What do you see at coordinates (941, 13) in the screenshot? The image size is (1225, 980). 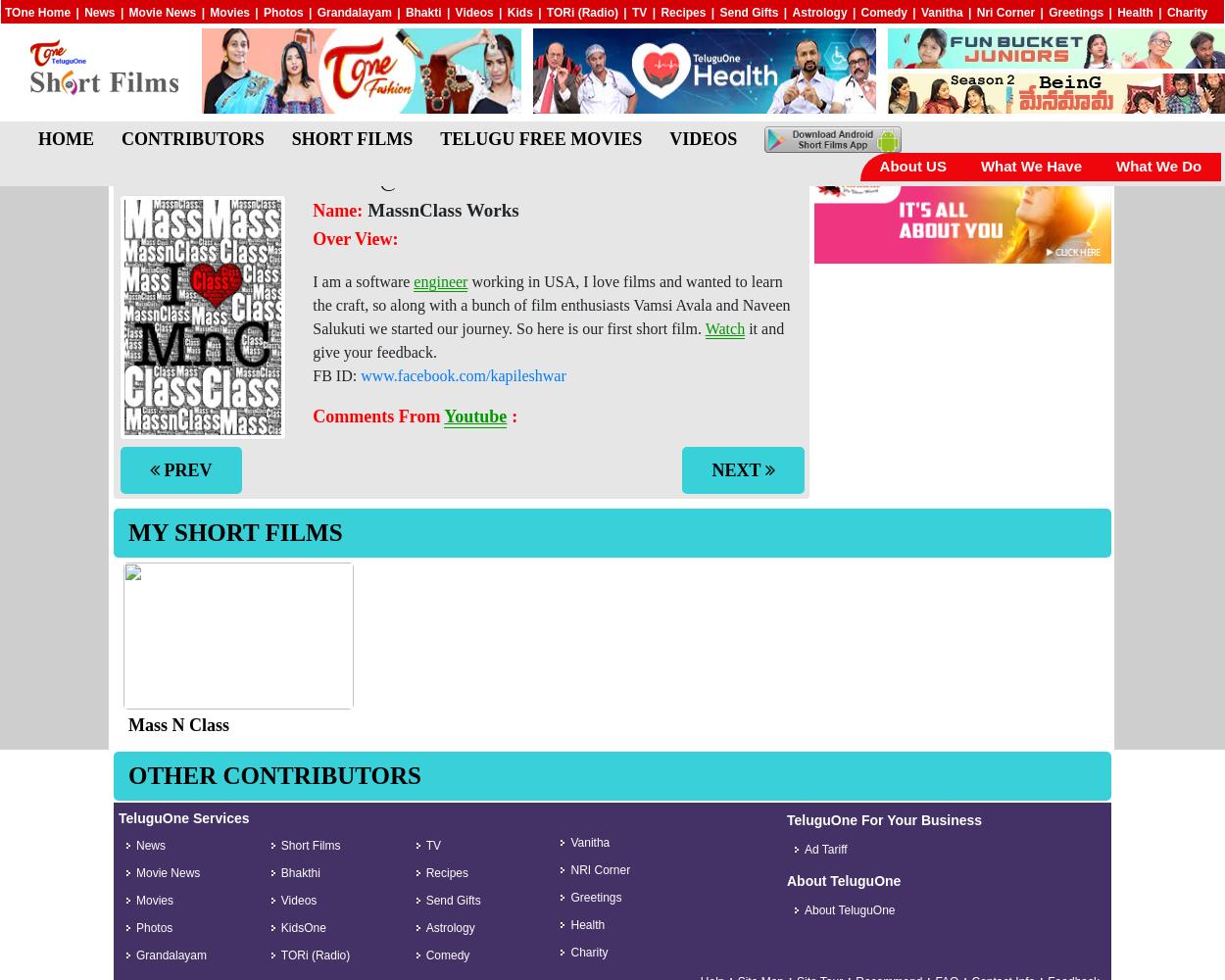 I see `'Vanitha'` at bounding box center [941, 13].